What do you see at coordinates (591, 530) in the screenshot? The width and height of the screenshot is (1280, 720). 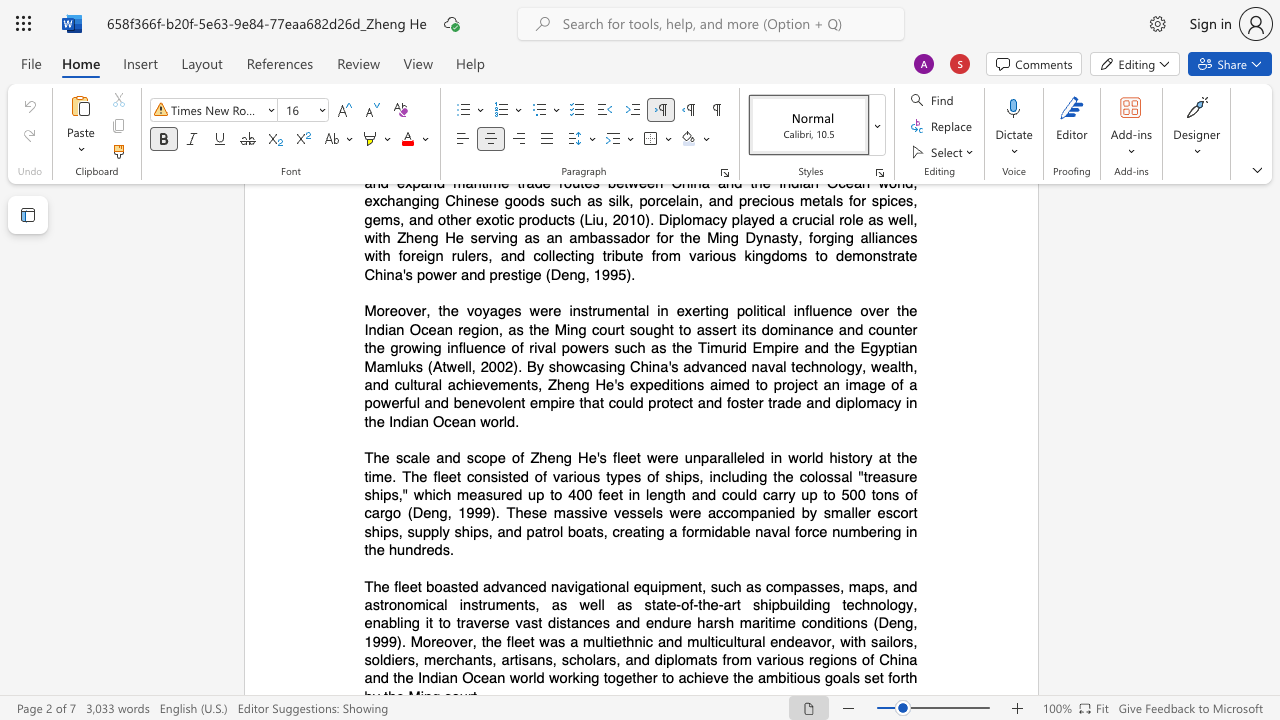 I see `the subset text "ts, creating a f" within the text "of ships, including the colossal"` at bounding box center [591, 530].